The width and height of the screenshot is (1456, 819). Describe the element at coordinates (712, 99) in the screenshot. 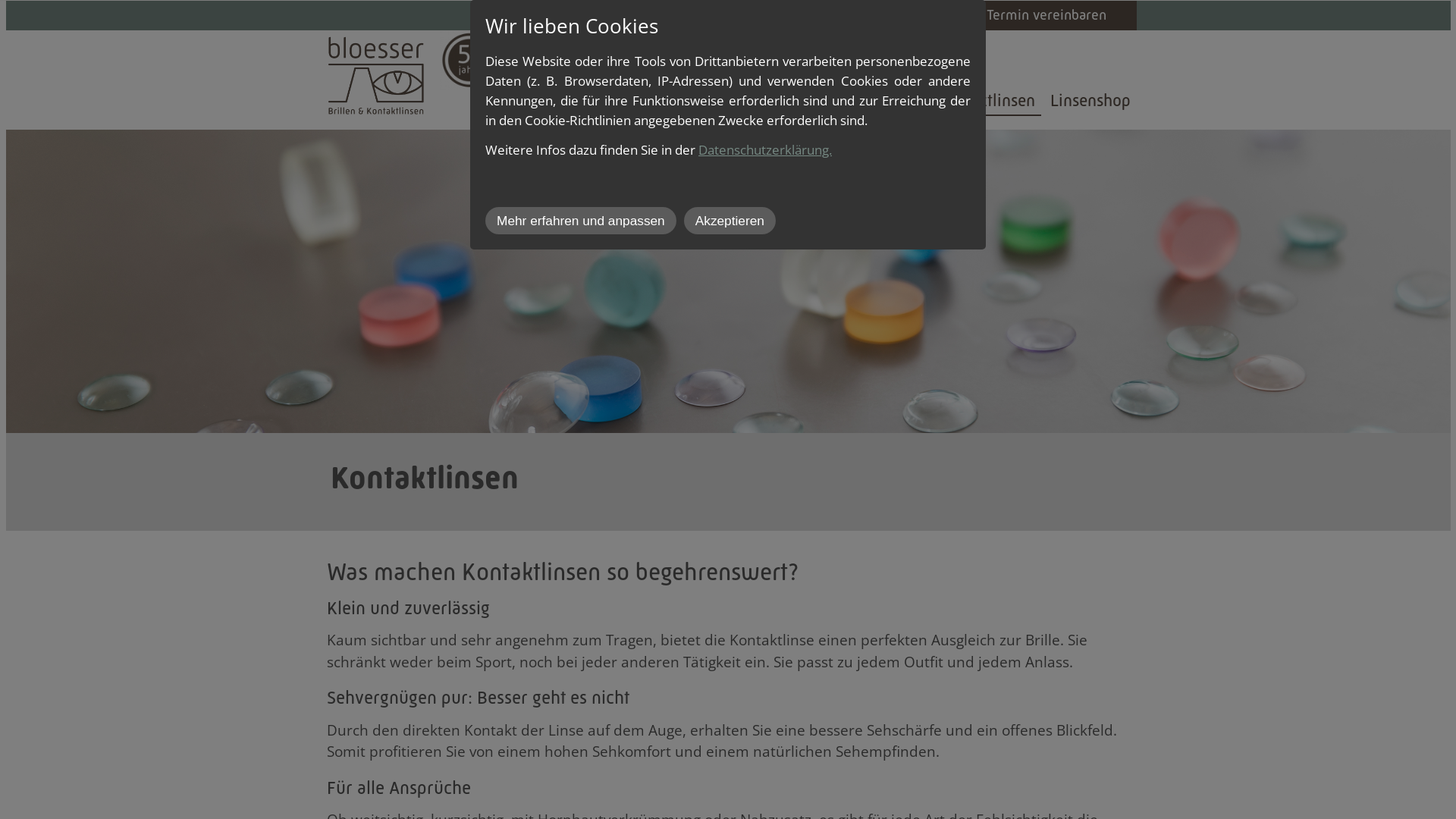

I see `'Bloesser Optik'` at that location.